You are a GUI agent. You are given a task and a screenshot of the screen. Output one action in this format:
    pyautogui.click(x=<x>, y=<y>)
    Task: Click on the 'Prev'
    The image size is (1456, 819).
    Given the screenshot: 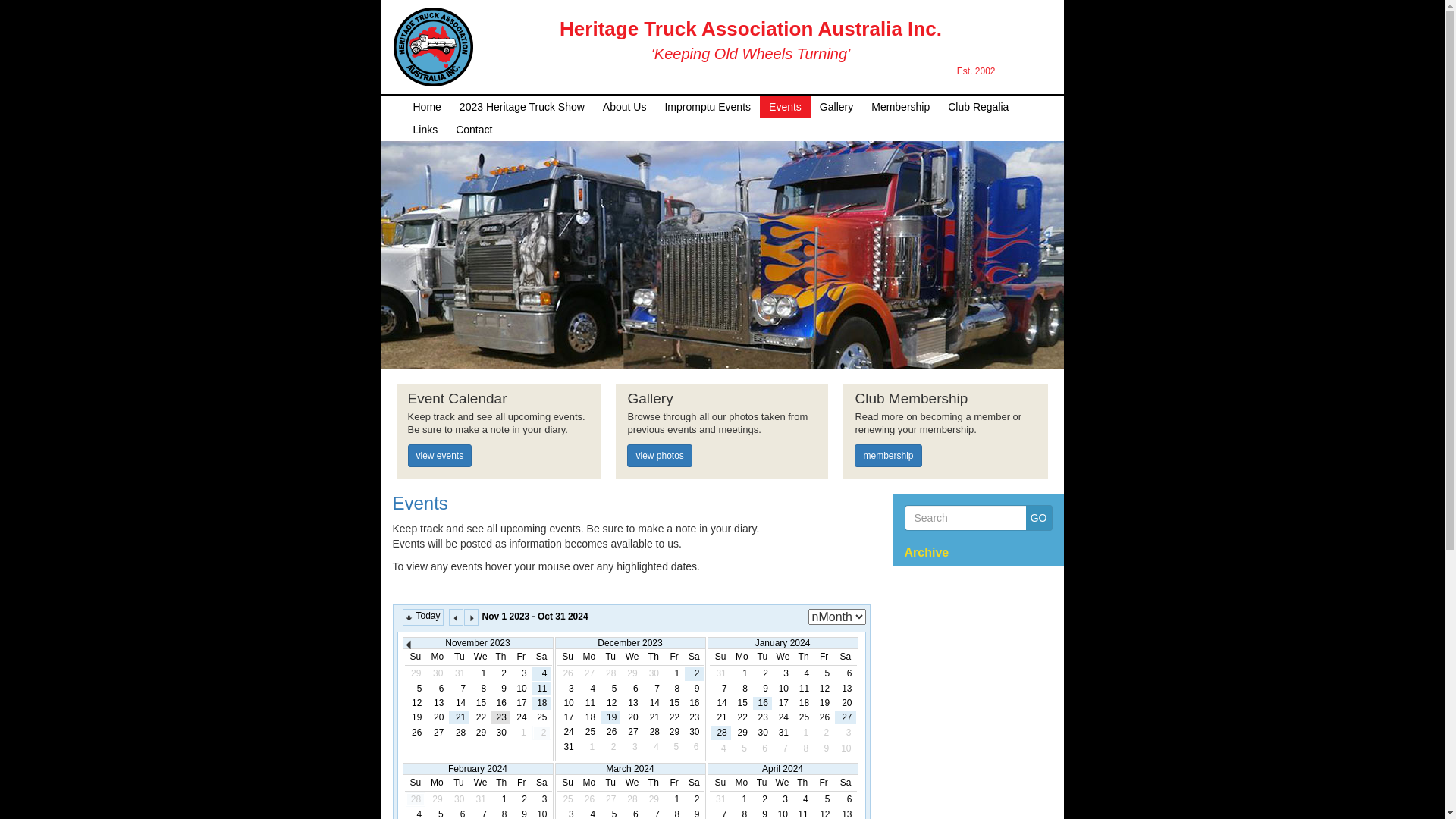 What is the action you would take?
    pyautogui.click(x=447, y=617)
    